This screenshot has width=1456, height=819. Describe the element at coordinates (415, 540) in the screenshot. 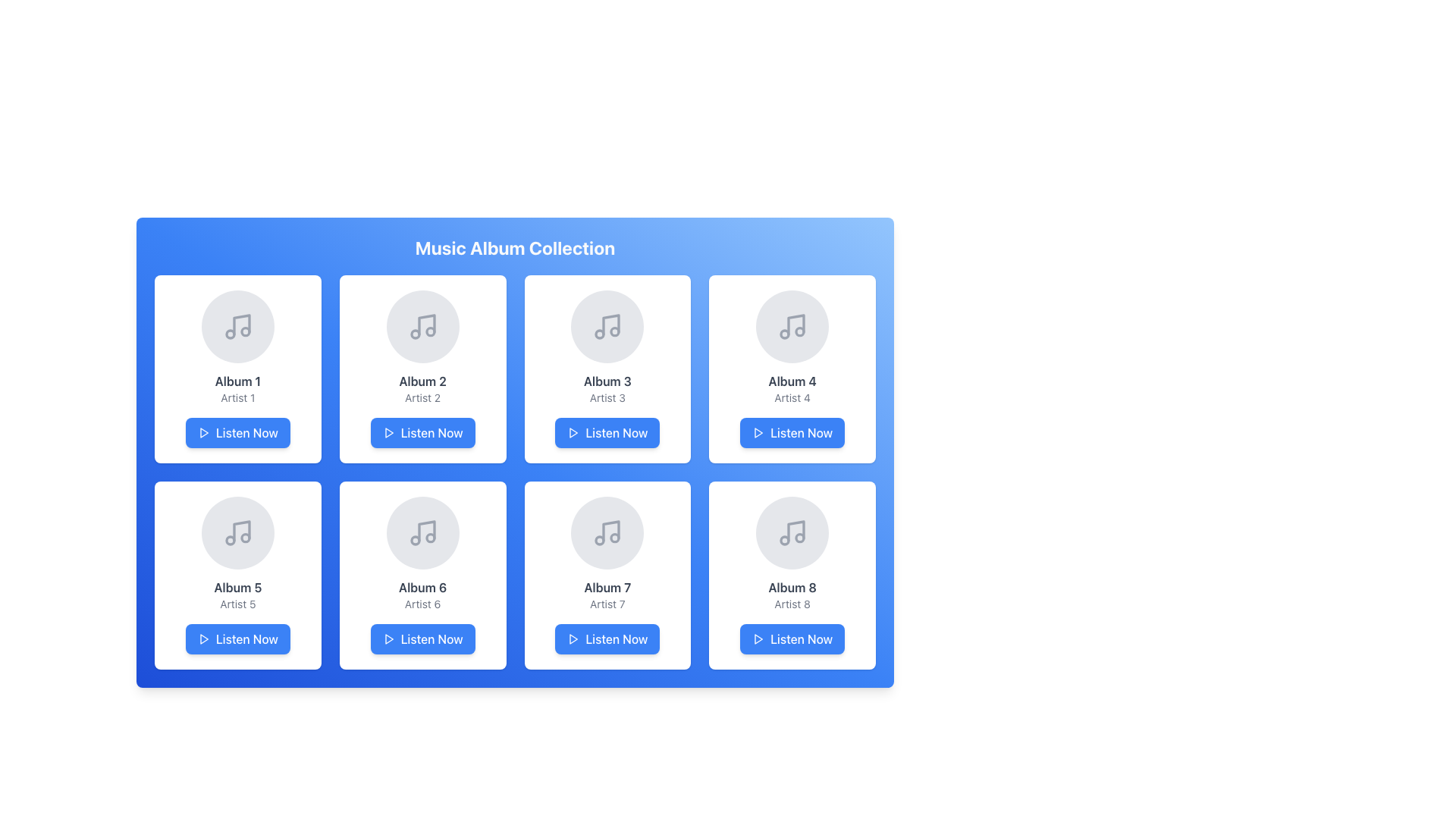

I see `the small gray circular shape located within the music note icon in the sixth grid cell of the bottom-left quadrant` at that location.